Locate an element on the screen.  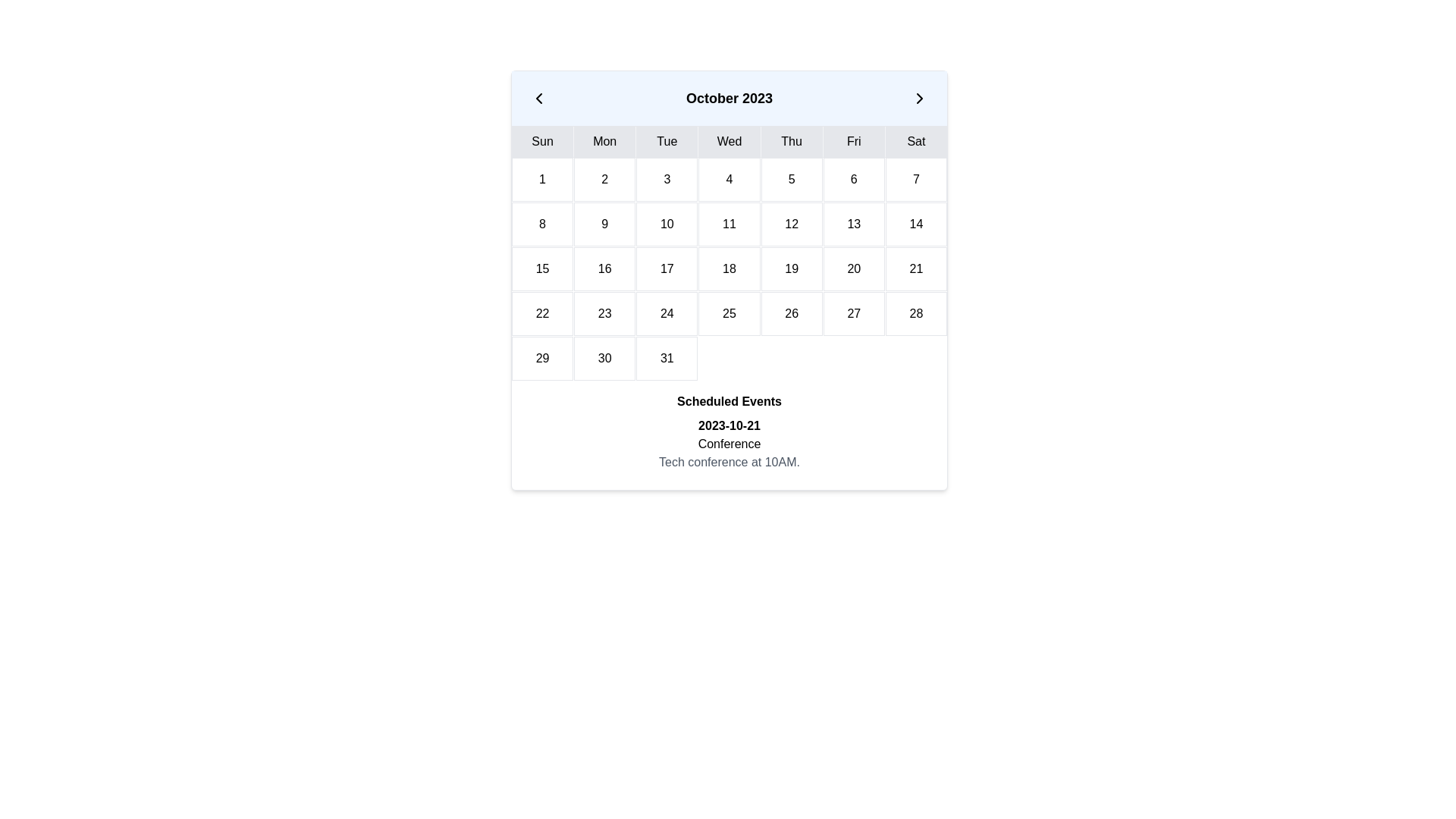
the text box representing the 7th day in the calendar layout is located at coordinates (915, 178).